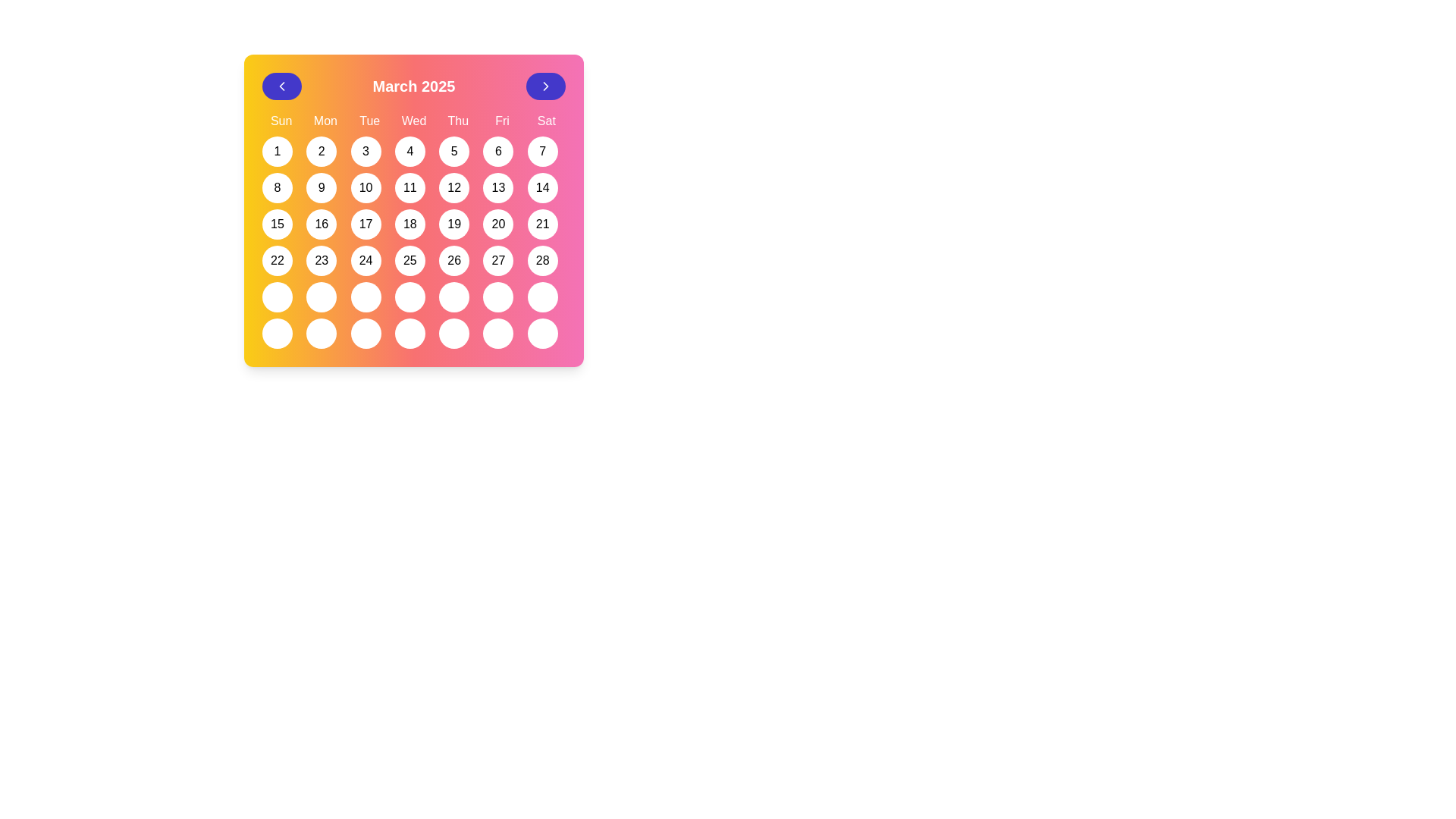 The image size is (1456, 819). Describe the element at coordinates (369, 120) in the screenshot. I see `the header text label indicating 'Tue' in the calendar view, which is centrally aligned in the third column from the left` at that location.